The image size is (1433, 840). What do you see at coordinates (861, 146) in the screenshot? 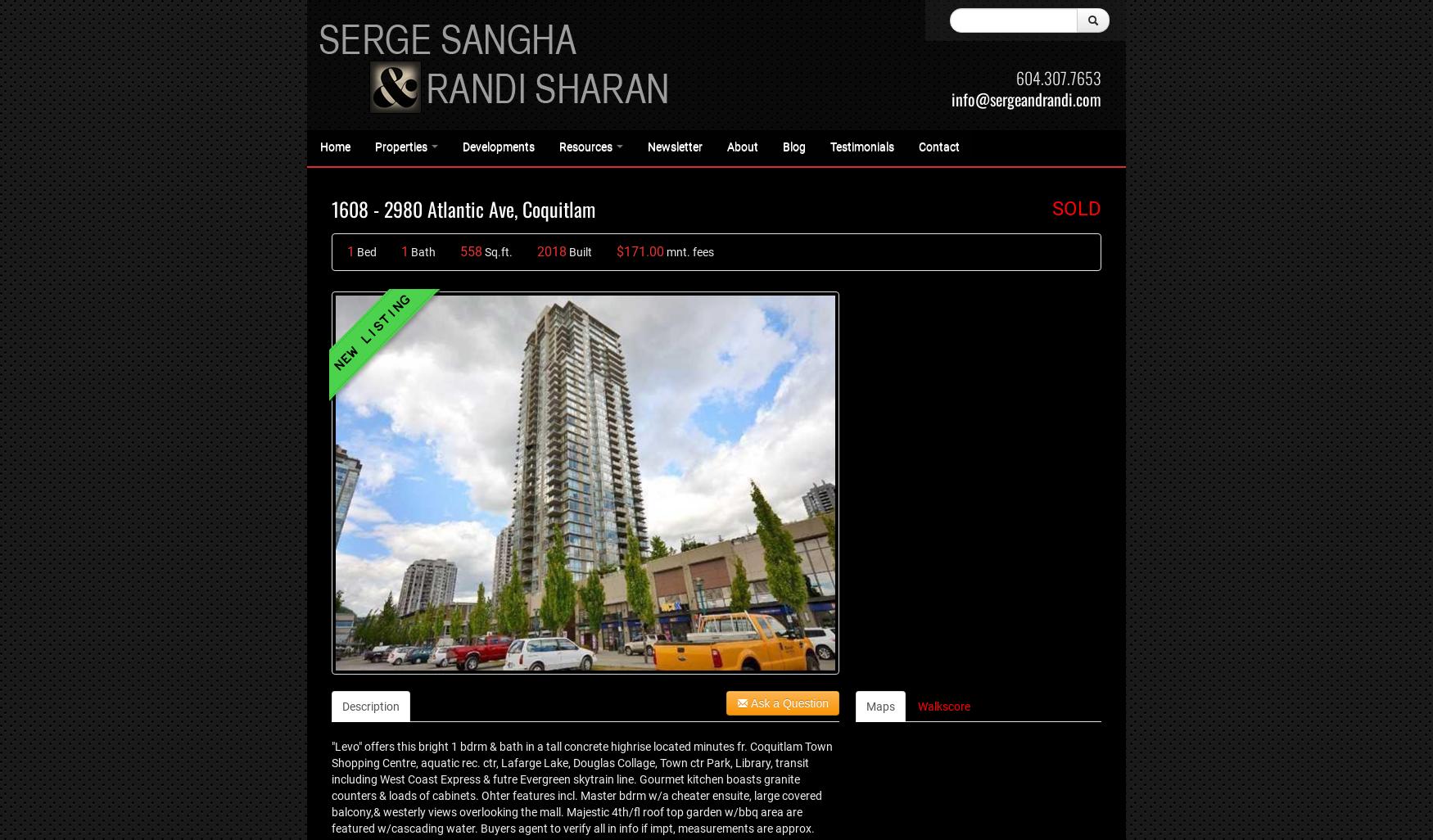
I see `'Testimonials'` at bounding box center [861, 146].